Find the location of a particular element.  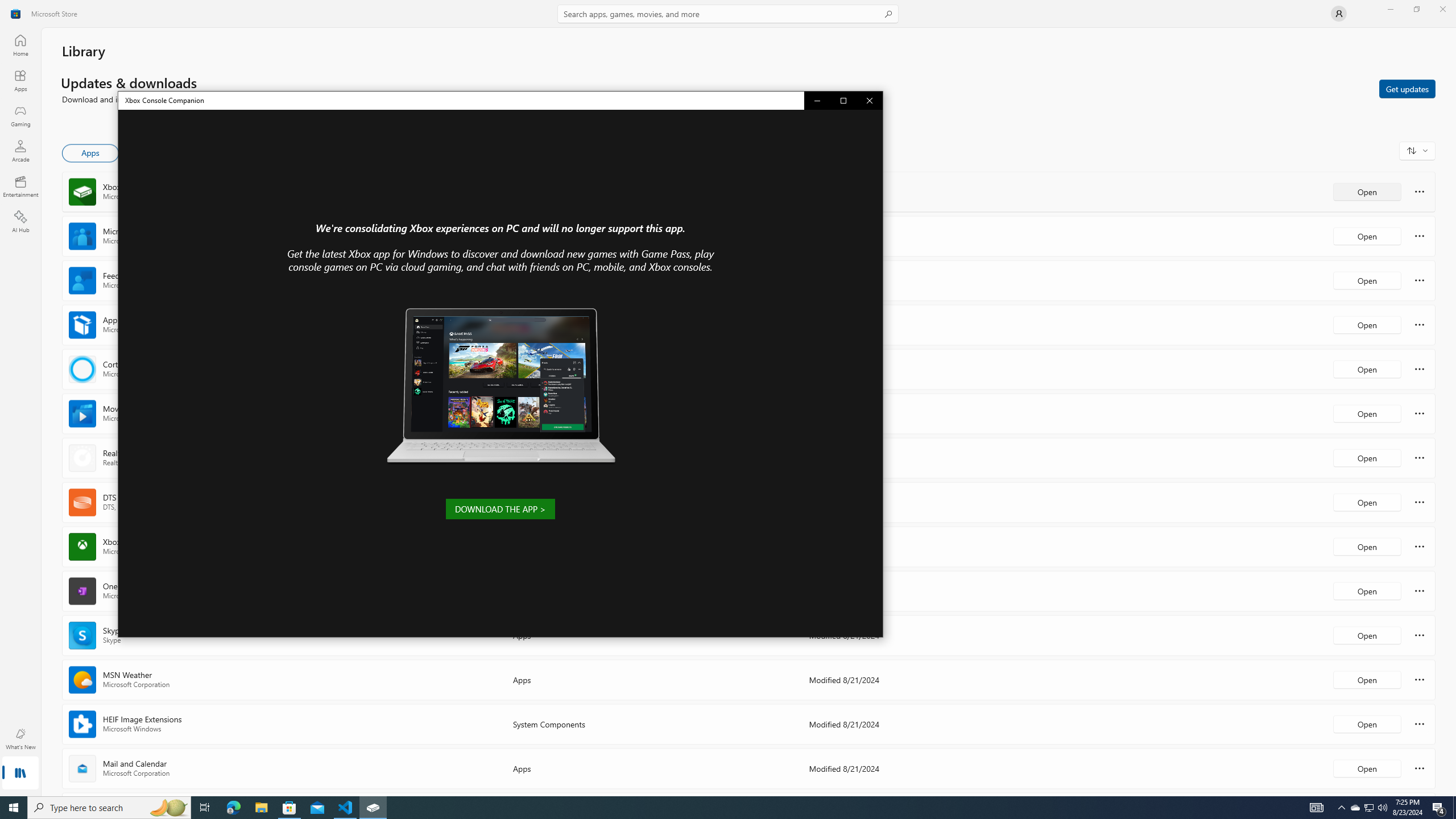

'Notification Chevron' is located at coordinates (1355, 806).